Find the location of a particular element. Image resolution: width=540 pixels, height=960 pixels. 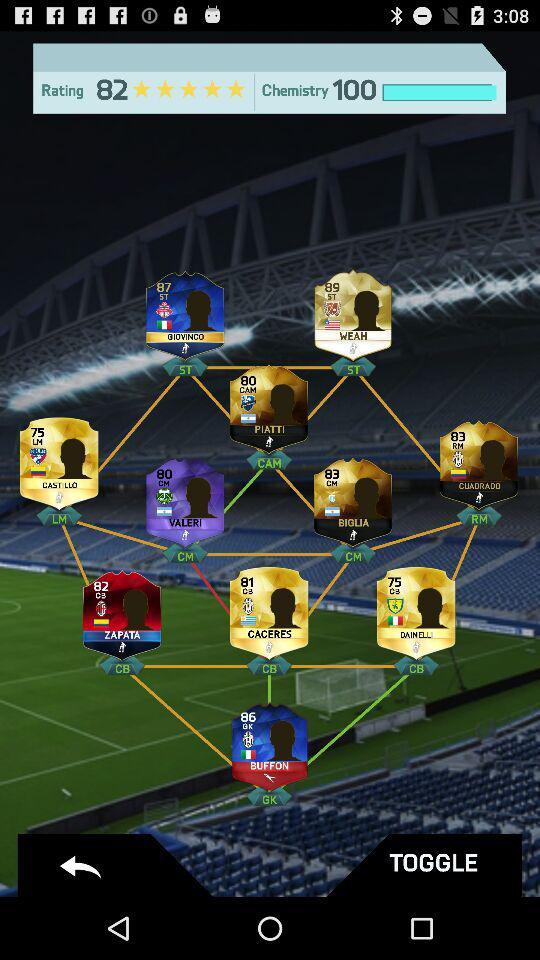

choose defender is located at coordinates (415, 608).